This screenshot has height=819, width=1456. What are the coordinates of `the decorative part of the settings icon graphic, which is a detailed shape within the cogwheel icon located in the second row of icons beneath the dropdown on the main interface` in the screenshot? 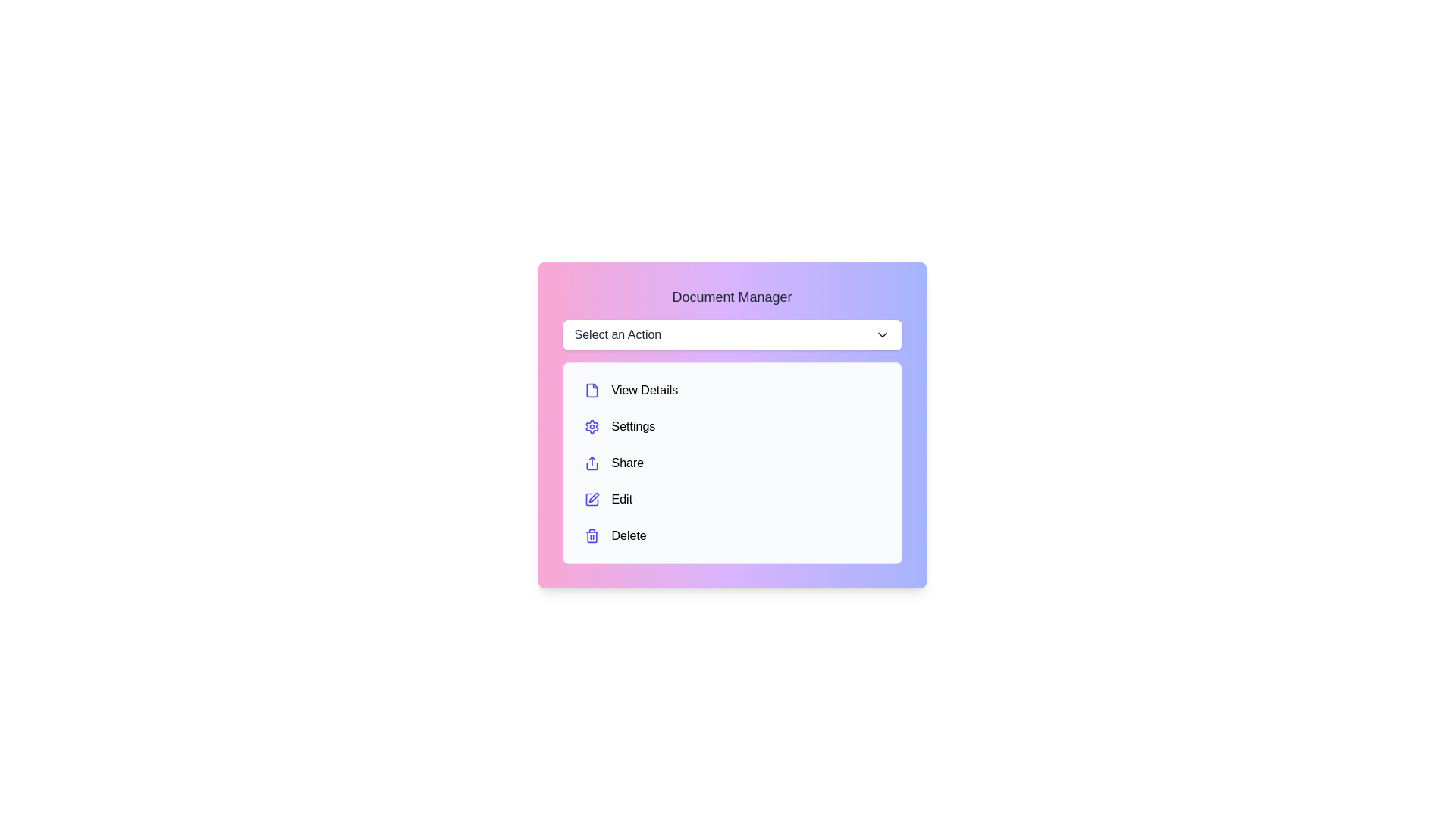 It's located at (591, 427).